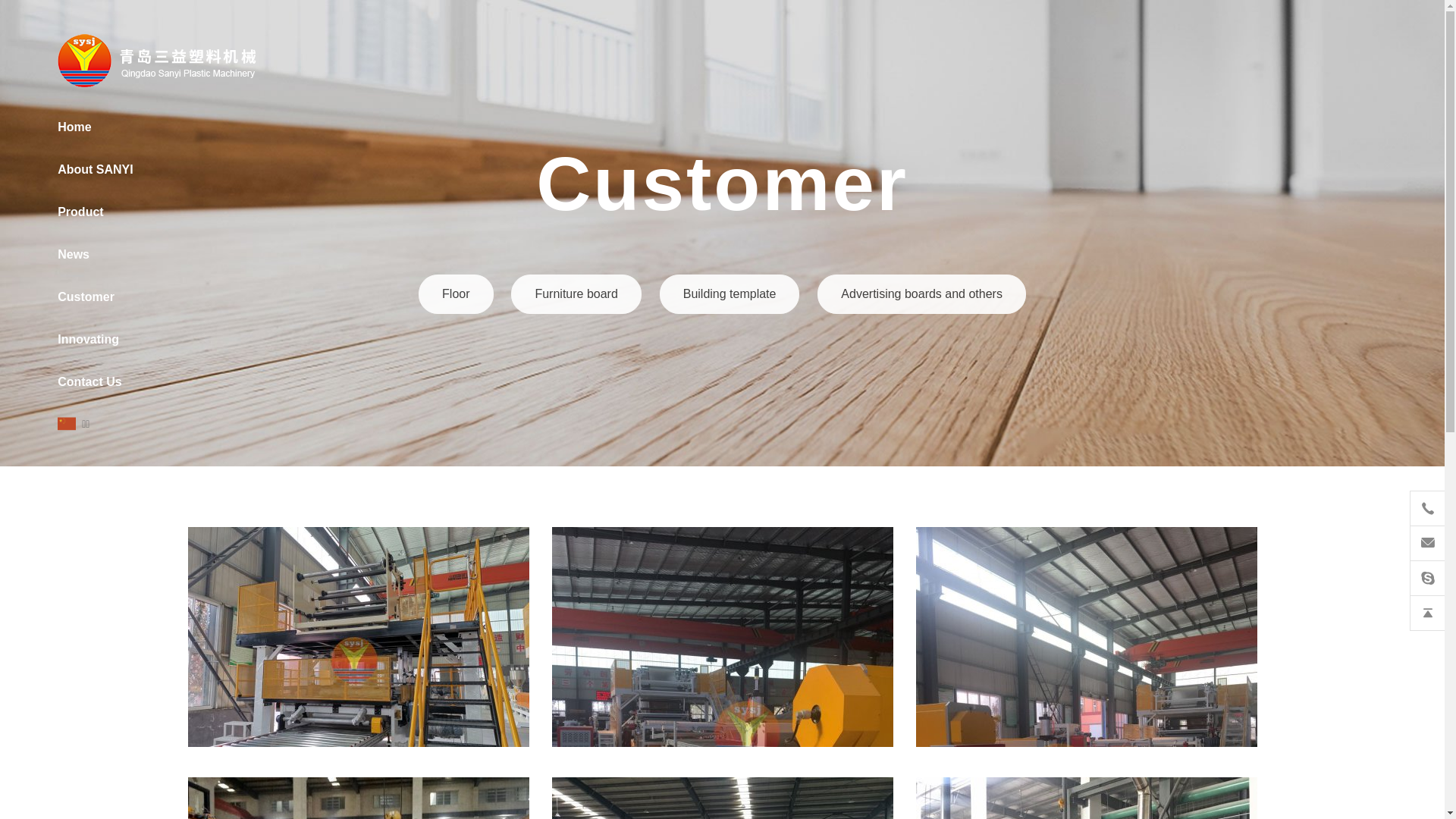  I want to click on 'Home', so click(100, 127).